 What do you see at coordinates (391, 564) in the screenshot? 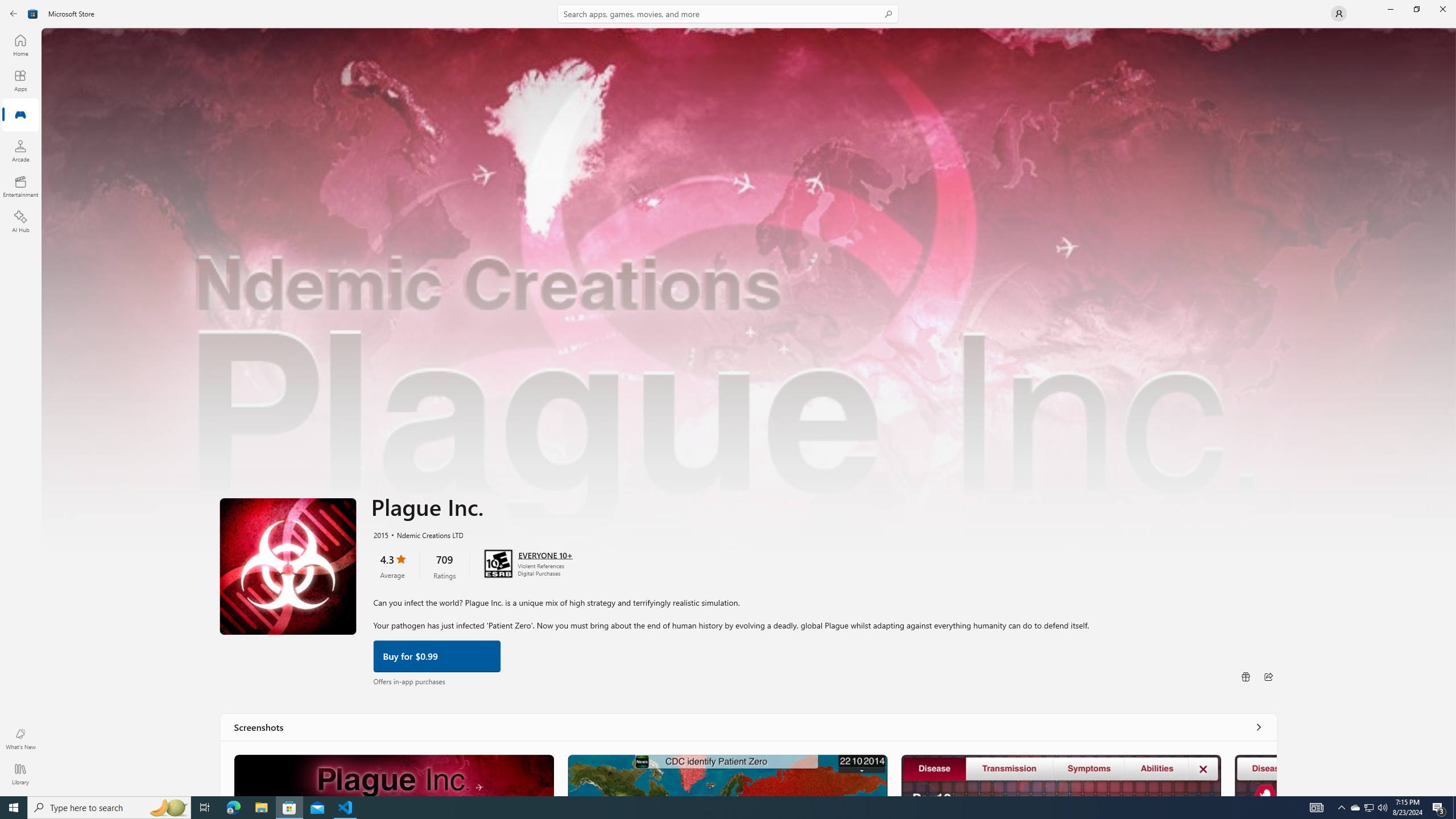
I see `'4.3 stars. Click to skip to ratings and reviews'` at bounding box center [391, 564].